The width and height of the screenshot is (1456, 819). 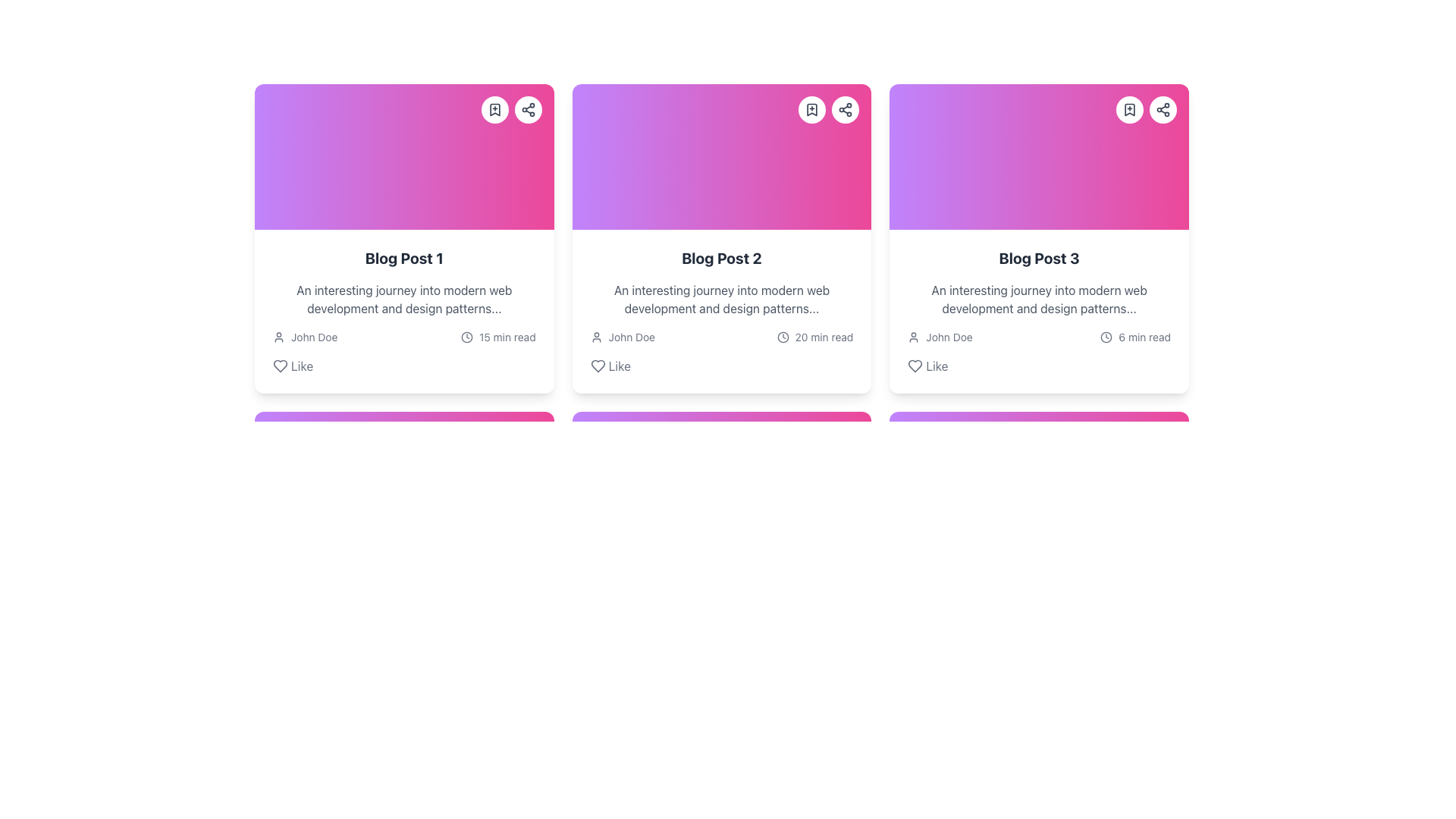 I want to click on the heart-shaped icon button located in the bottom left section of the second card to like the post, so click(x=597, y=366).